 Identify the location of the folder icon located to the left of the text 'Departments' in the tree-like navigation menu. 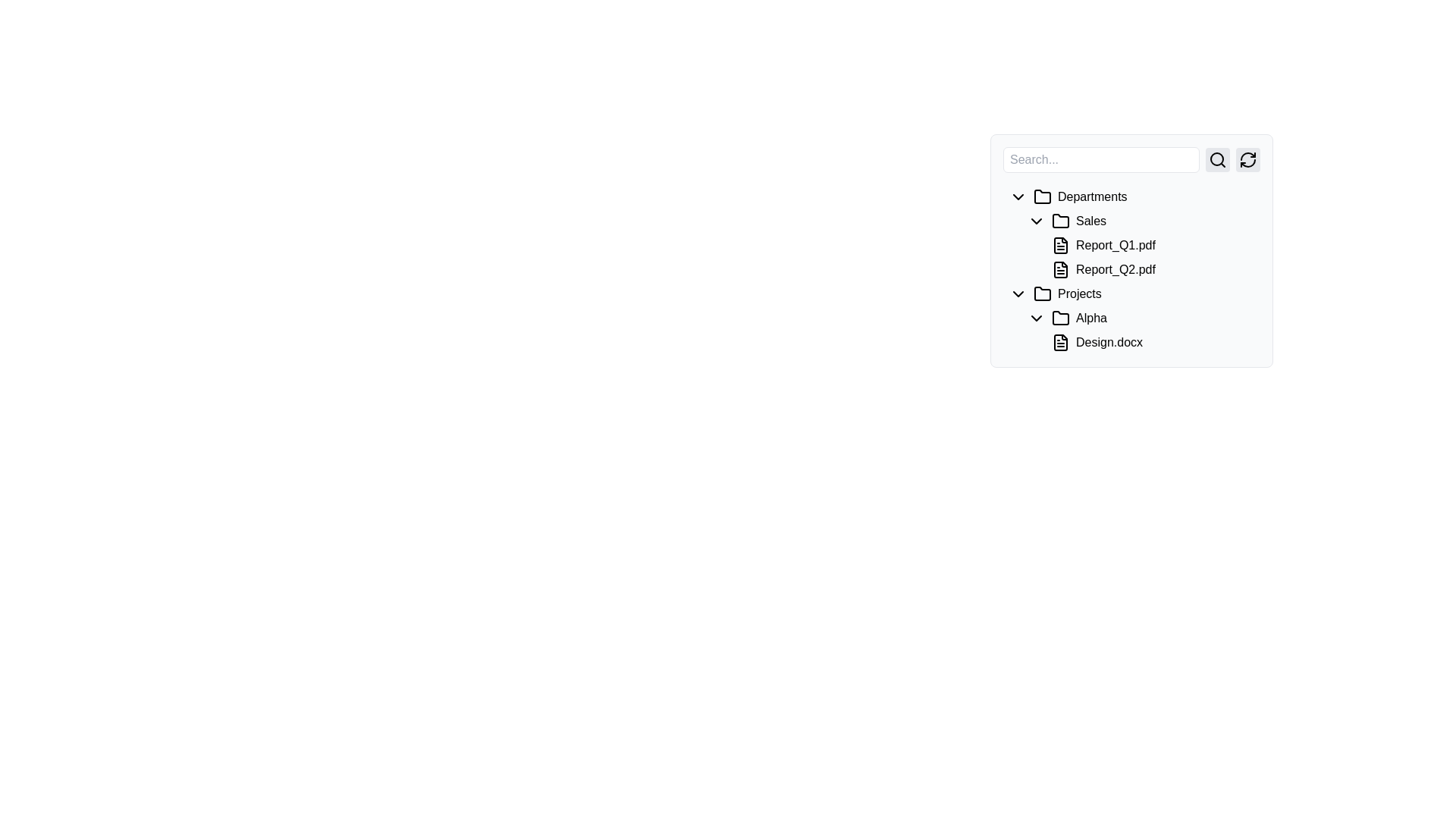
(1044, 196).